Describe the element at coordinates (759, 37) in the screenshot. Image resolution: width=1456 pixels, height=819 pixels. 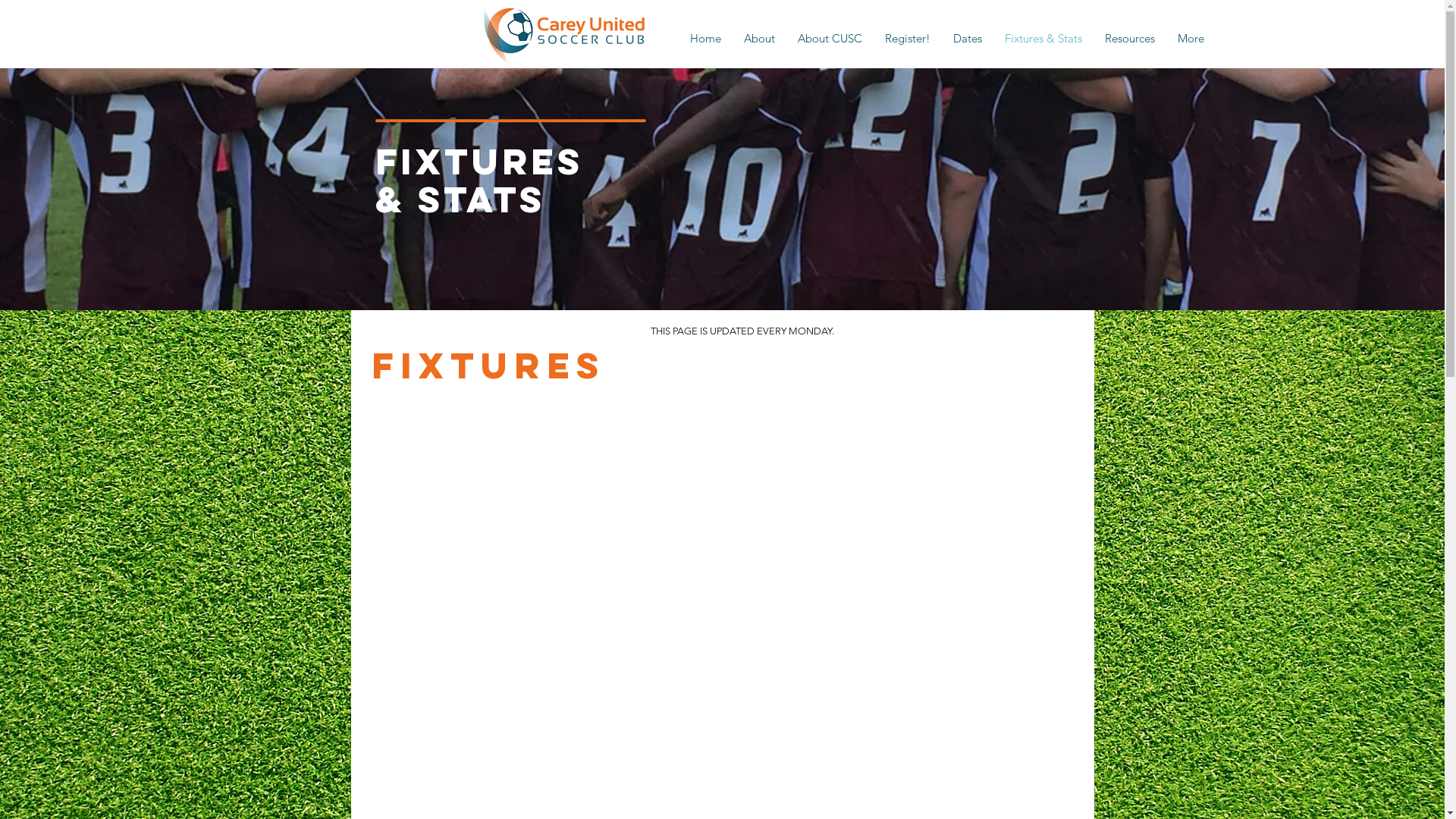
I see `'About'` at that location.